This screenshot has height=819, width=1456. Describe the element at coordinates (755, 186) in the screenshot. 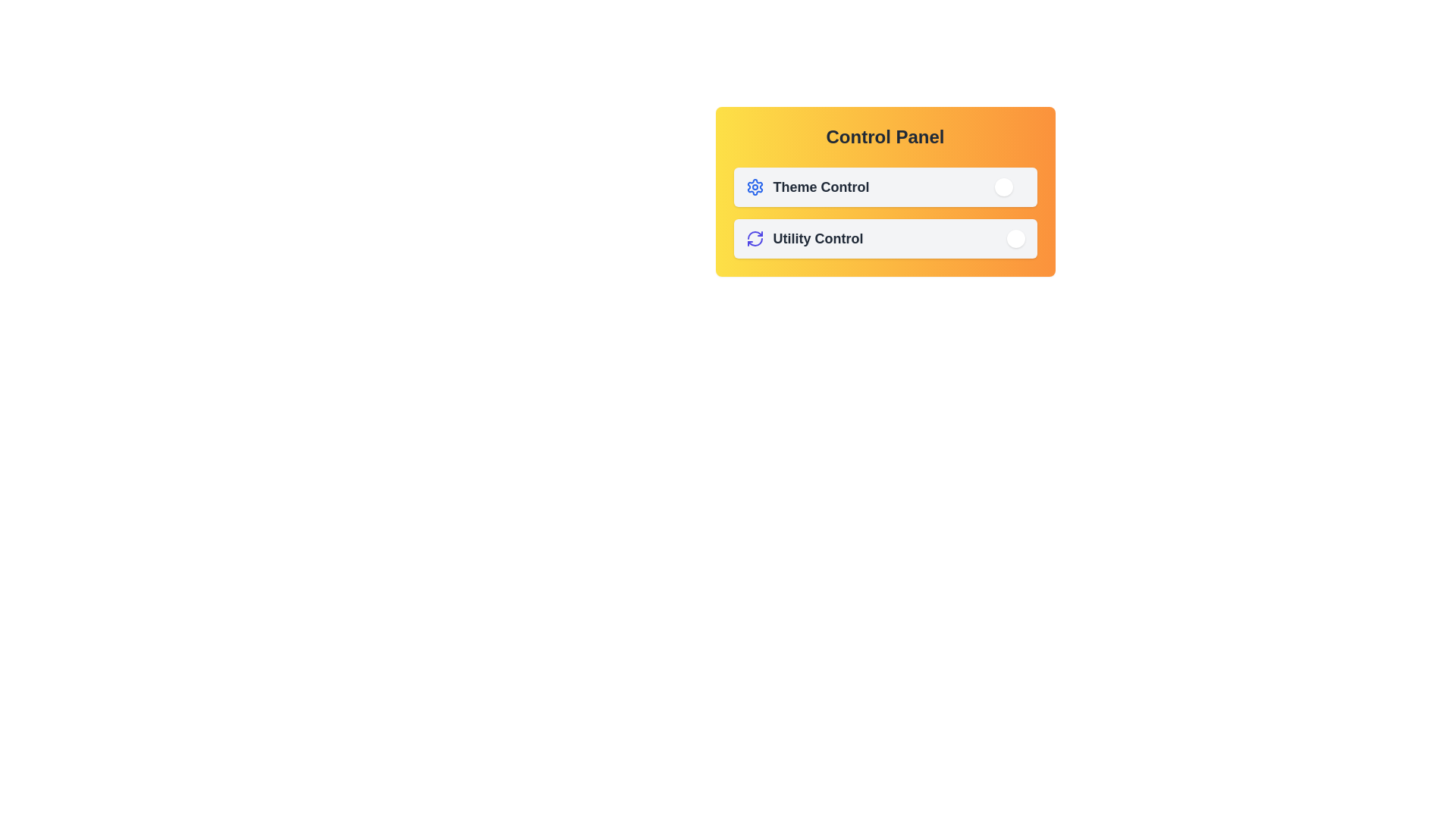

I see `the gear-shaped icon with a blue outline located in the first row of icons to the left of the 'Theme Control' label` at that location.